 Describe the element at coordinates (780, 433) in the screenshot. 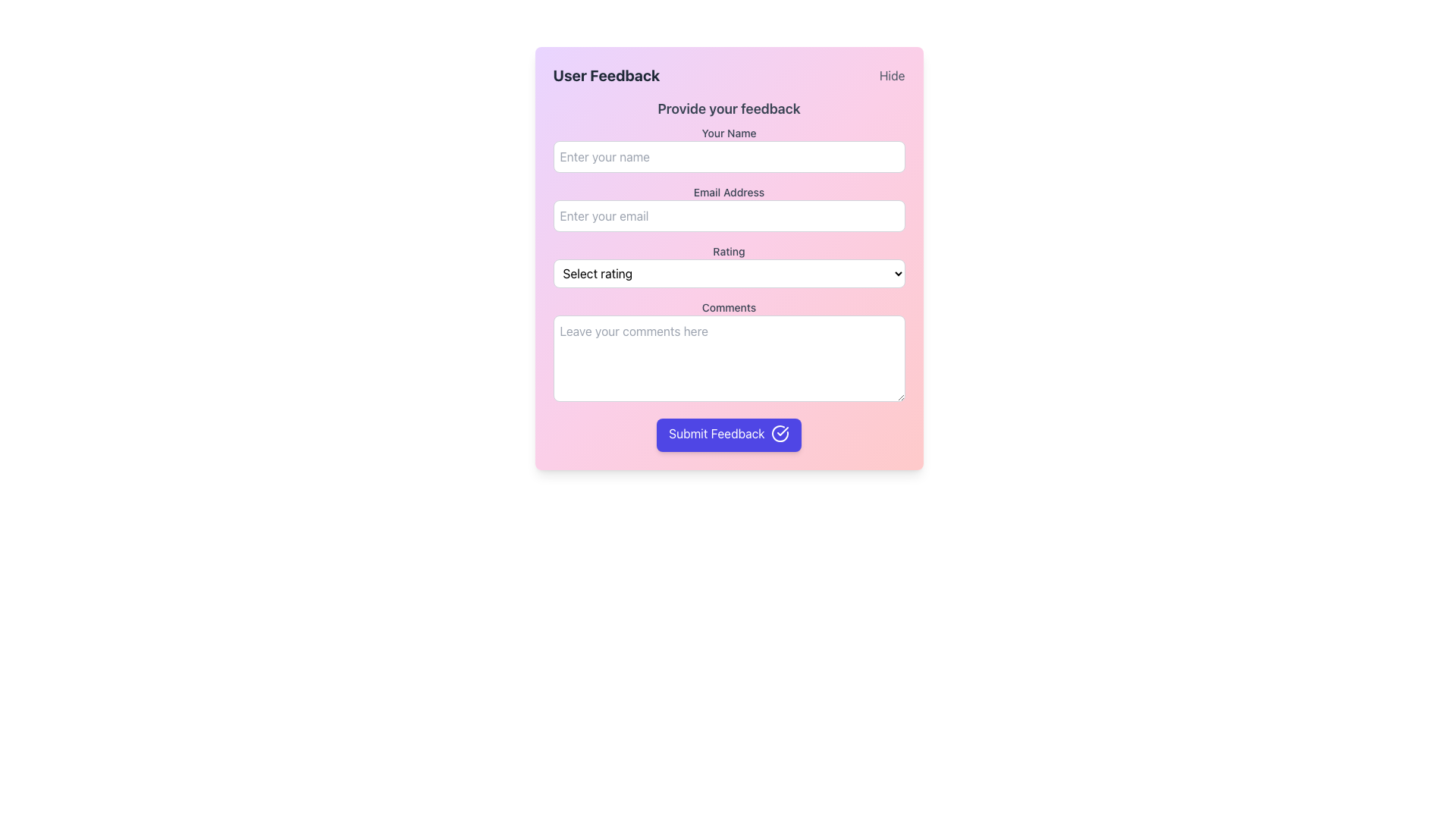

I see `the success icon located at the center-right edge of the 'Submit Feedback' button to confirm the action` at that location.